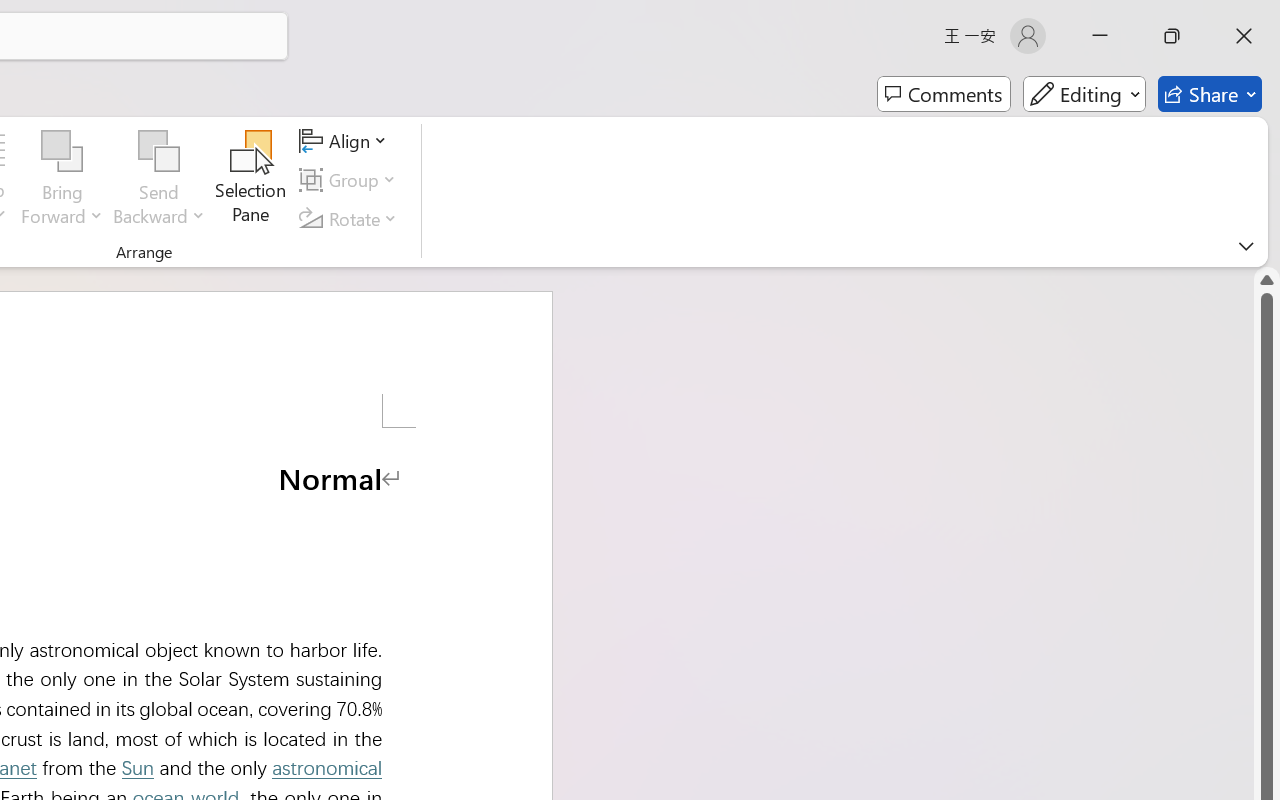 This screenshot has width=1280, height=800. I want to click on 'Bring Forward', so click(62, 151).